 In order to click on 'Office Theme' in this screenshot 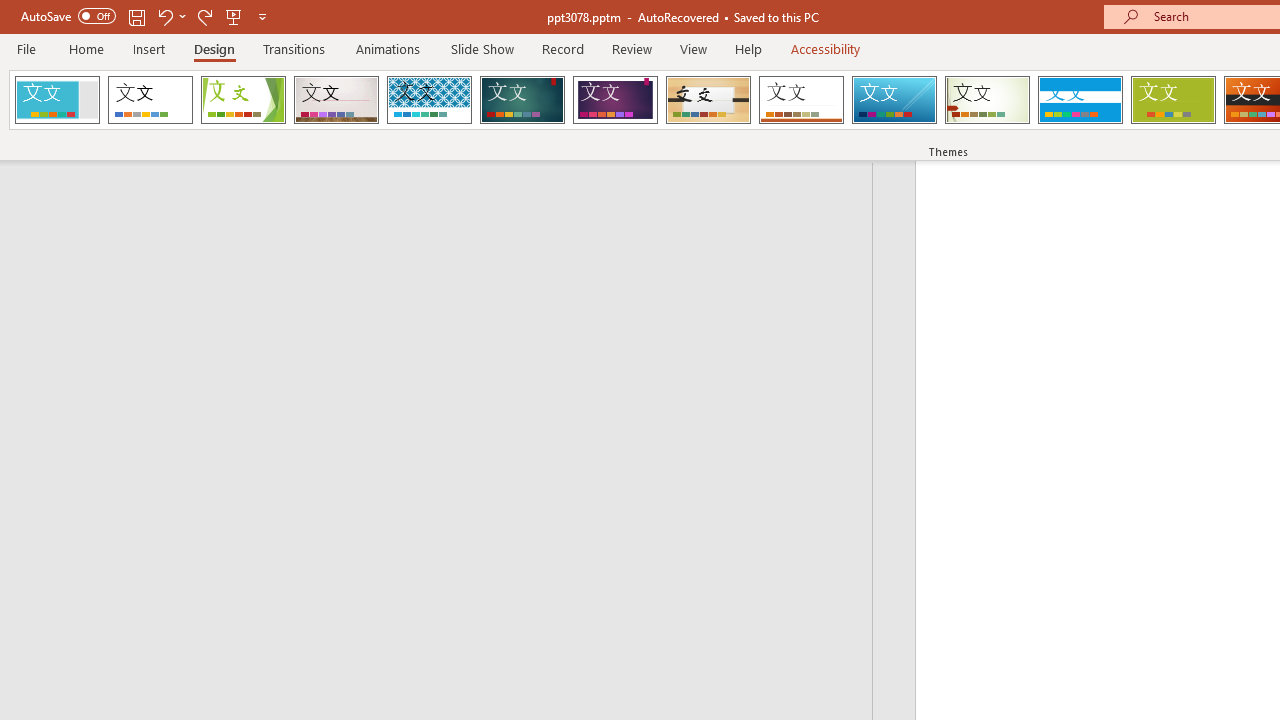, I will do `click(149, 100)`.